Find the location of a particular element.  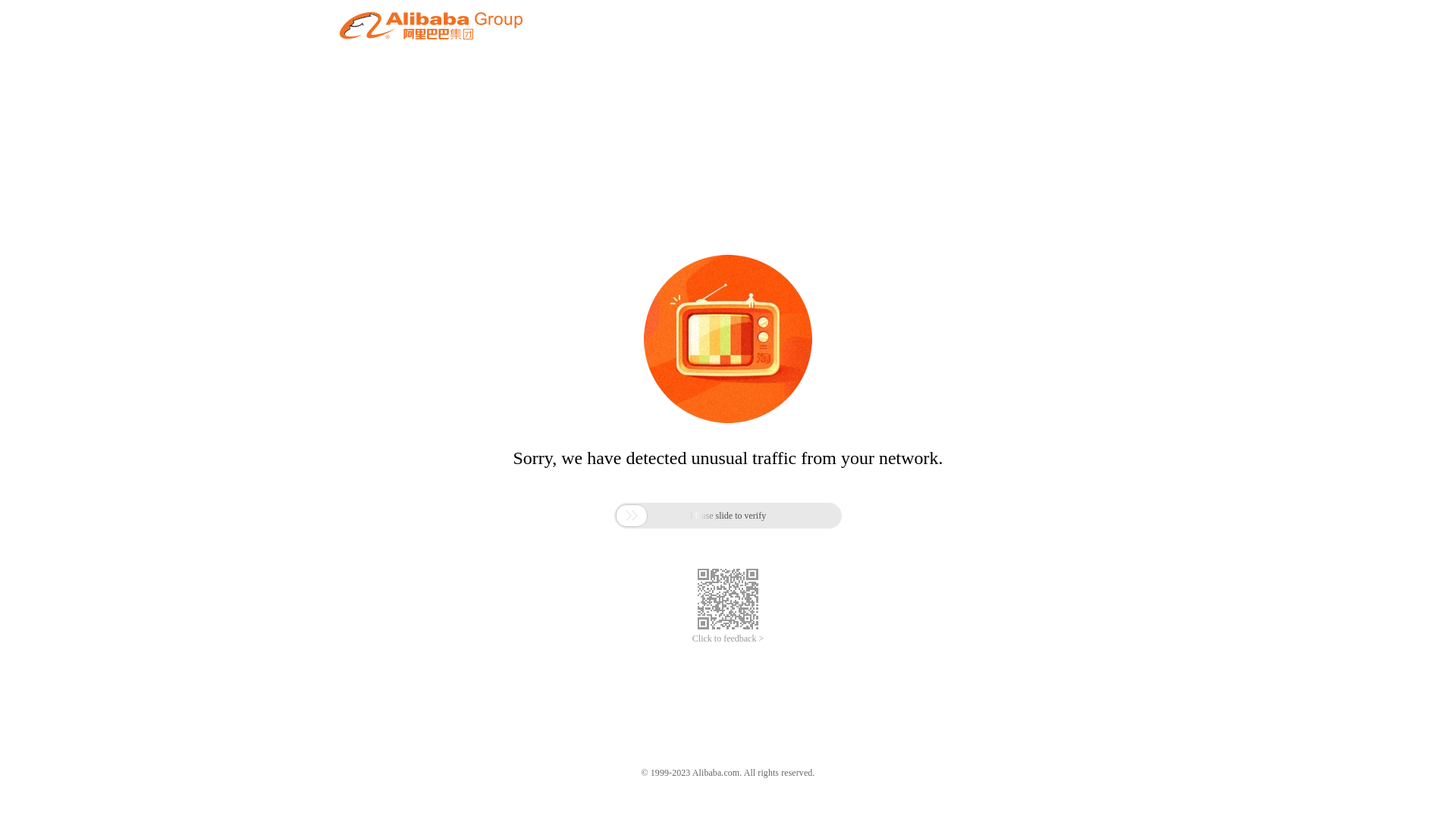

'Click to feedback >' is located at coordinates (728, 639).